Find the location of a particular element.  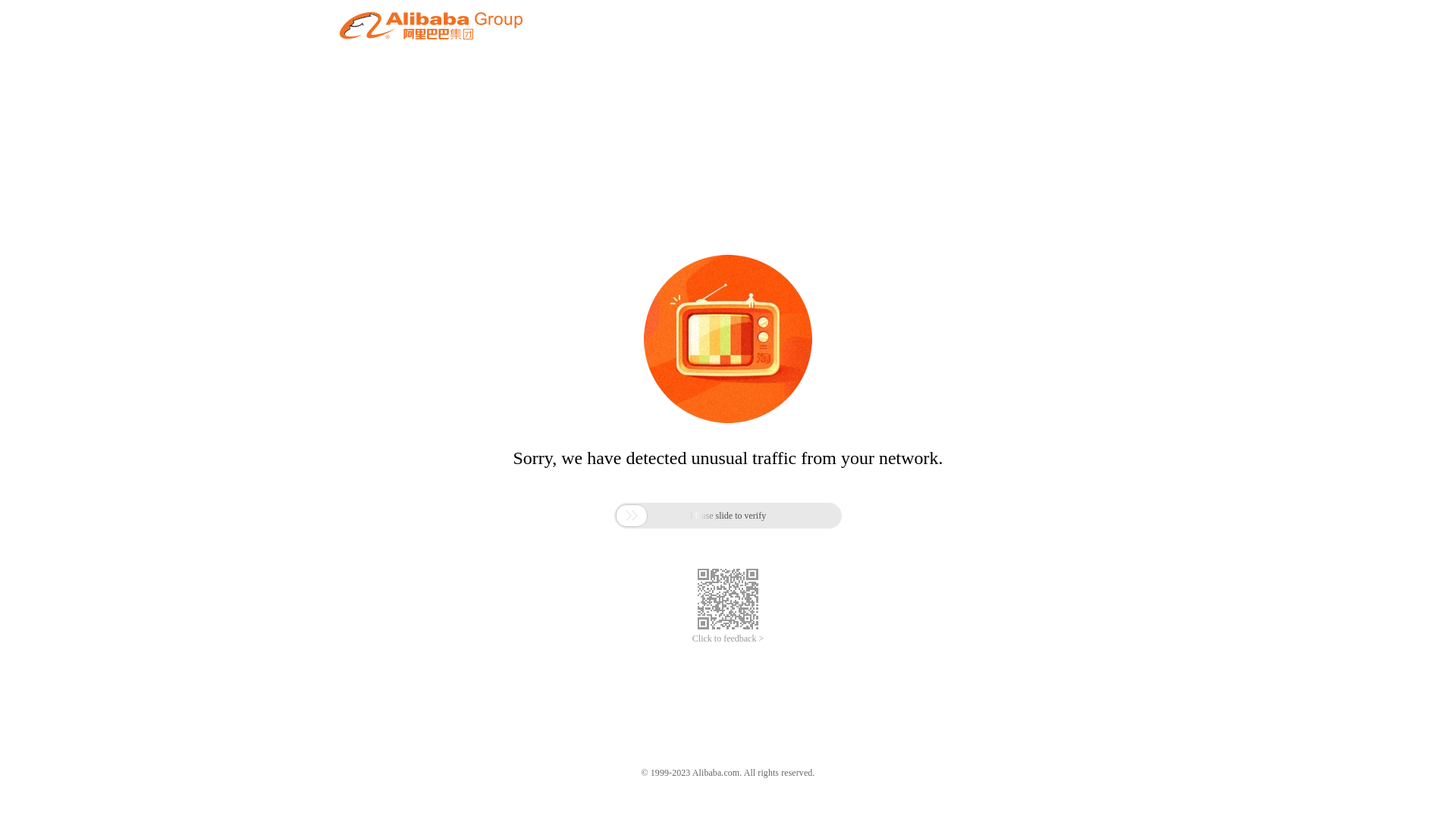

'Click to feedback >' is located at coordinates (728, 639).